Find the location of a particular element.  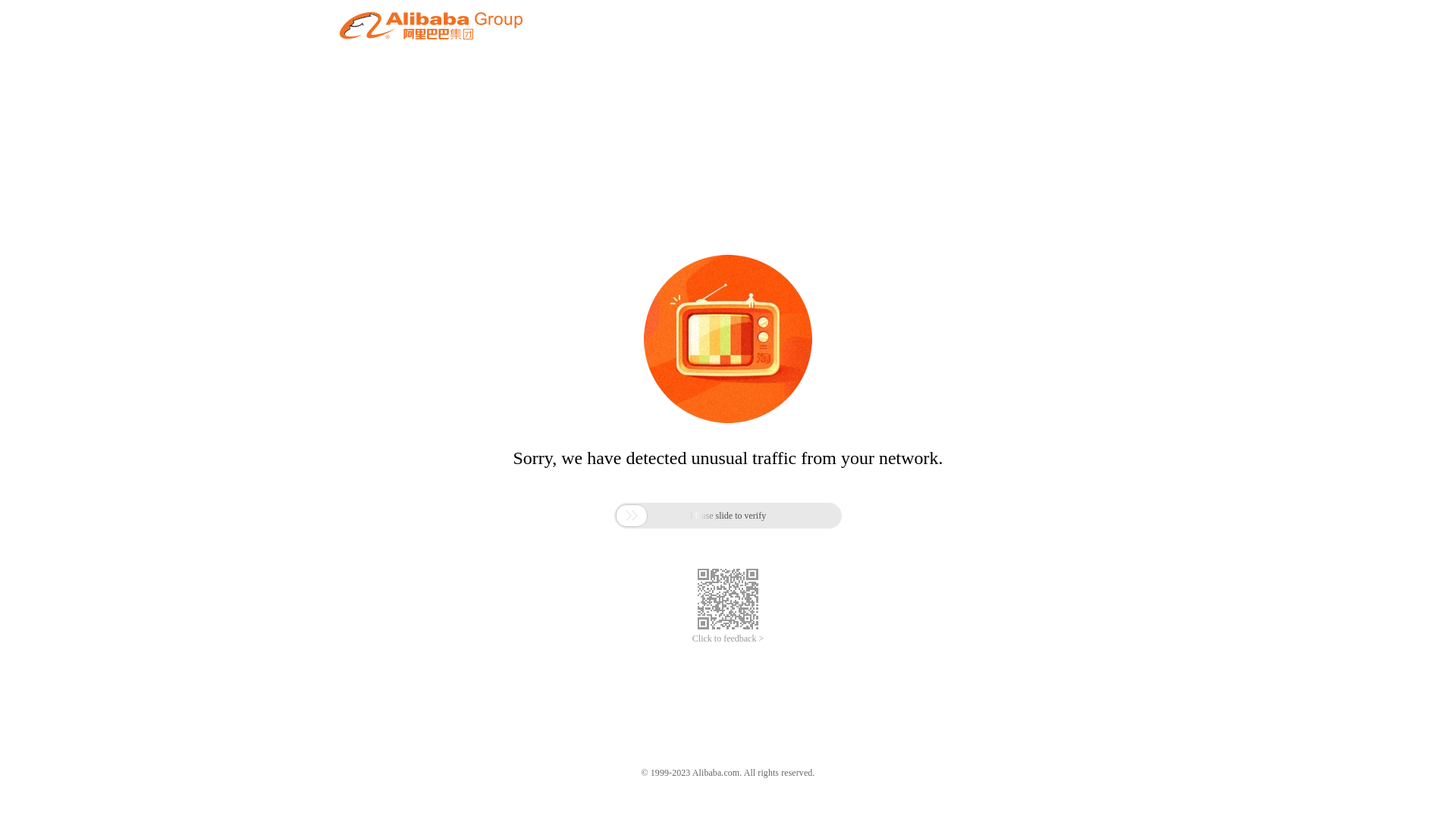

'Click to feedback >' is located at coordinates (728, 639).